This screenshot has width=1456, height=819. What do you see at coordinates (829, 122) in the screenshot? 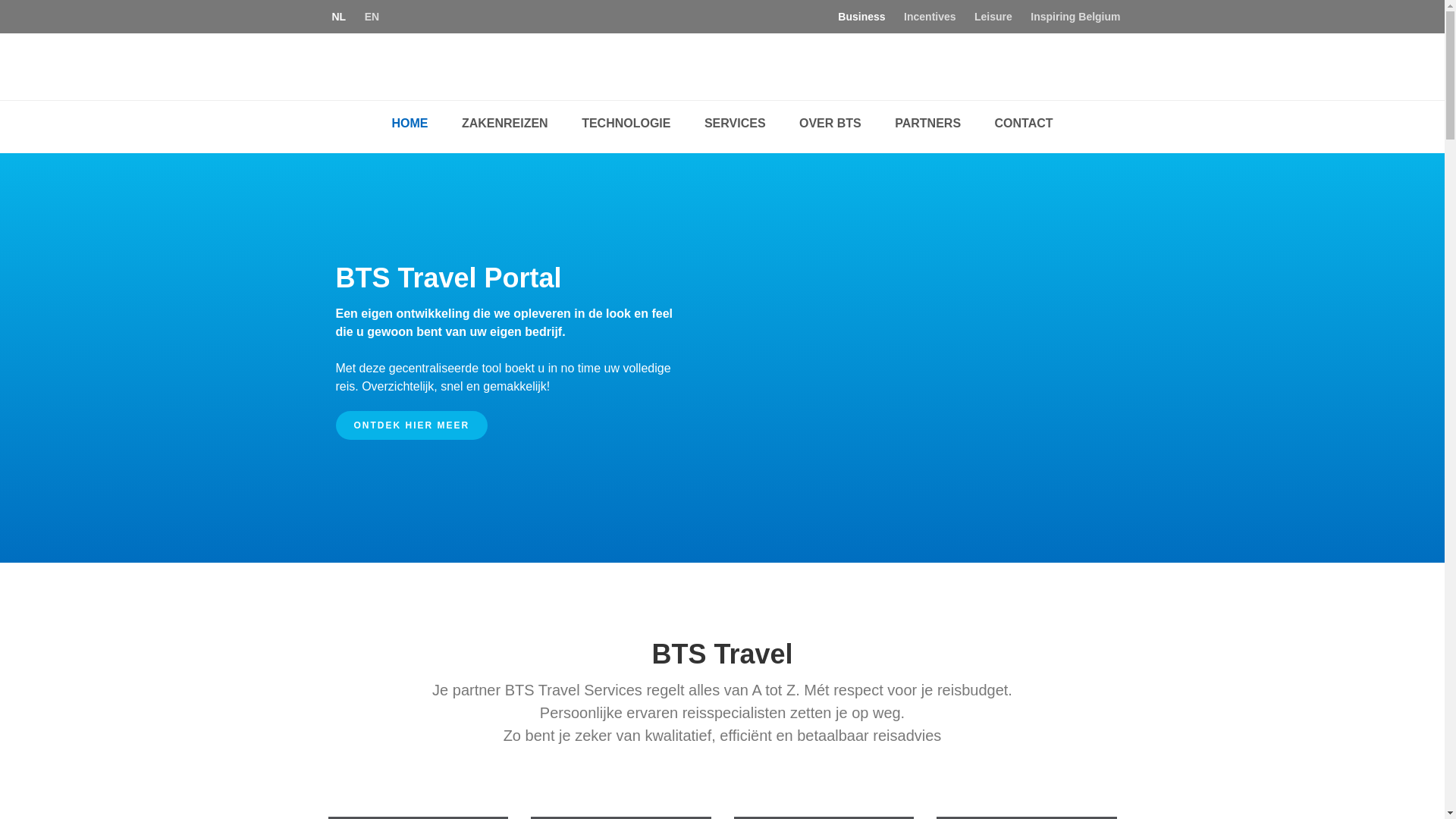
I see `'OVER BTS'` at bounding box center [829, 122].